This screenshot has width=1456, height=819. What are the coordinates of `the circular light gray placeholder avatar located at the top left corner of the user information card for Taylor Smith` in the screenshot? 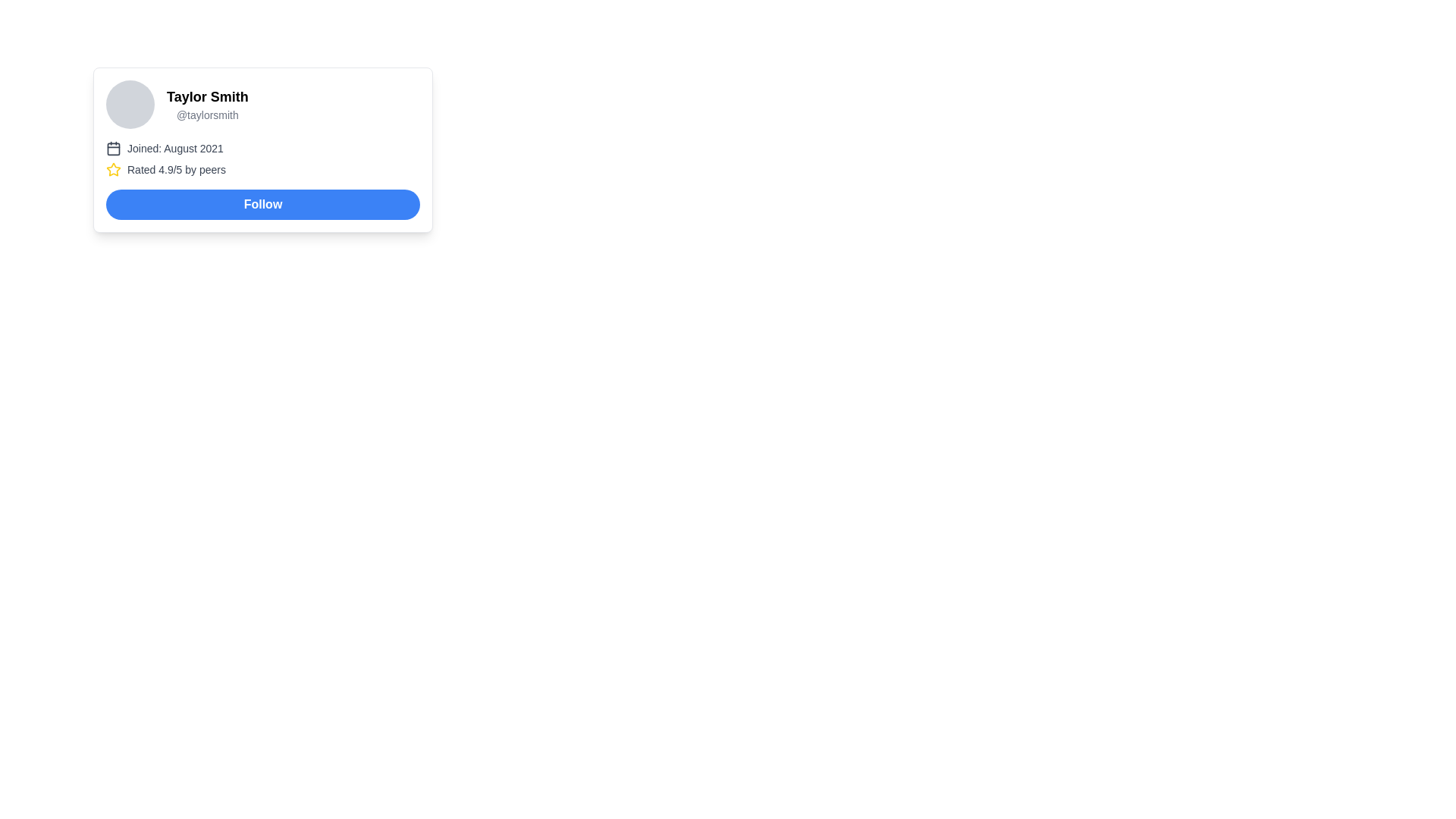 It's located at (130, 104).